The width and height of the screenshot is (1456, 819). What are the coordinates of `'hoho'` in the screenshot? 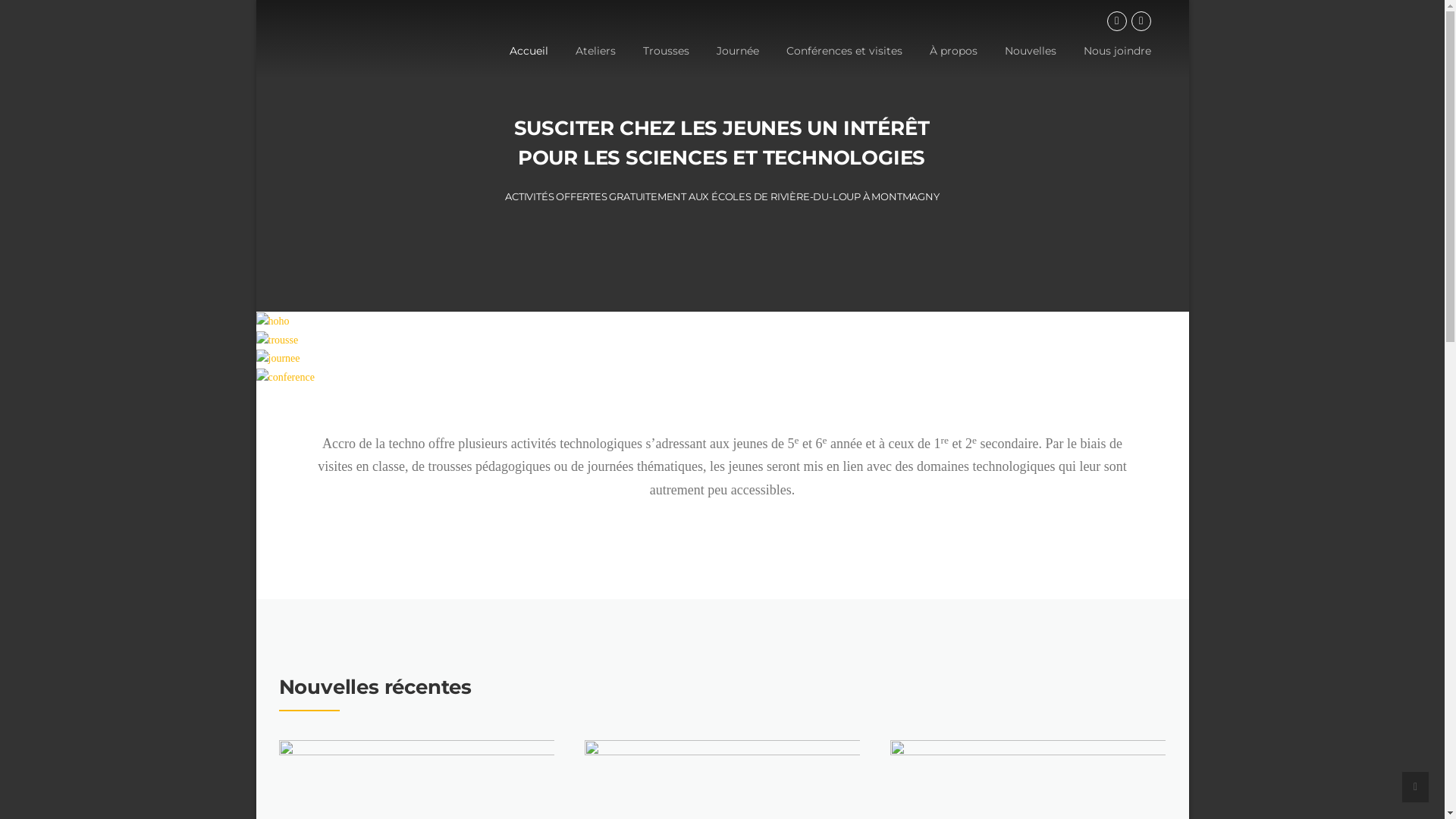 It's located at (273, 321).